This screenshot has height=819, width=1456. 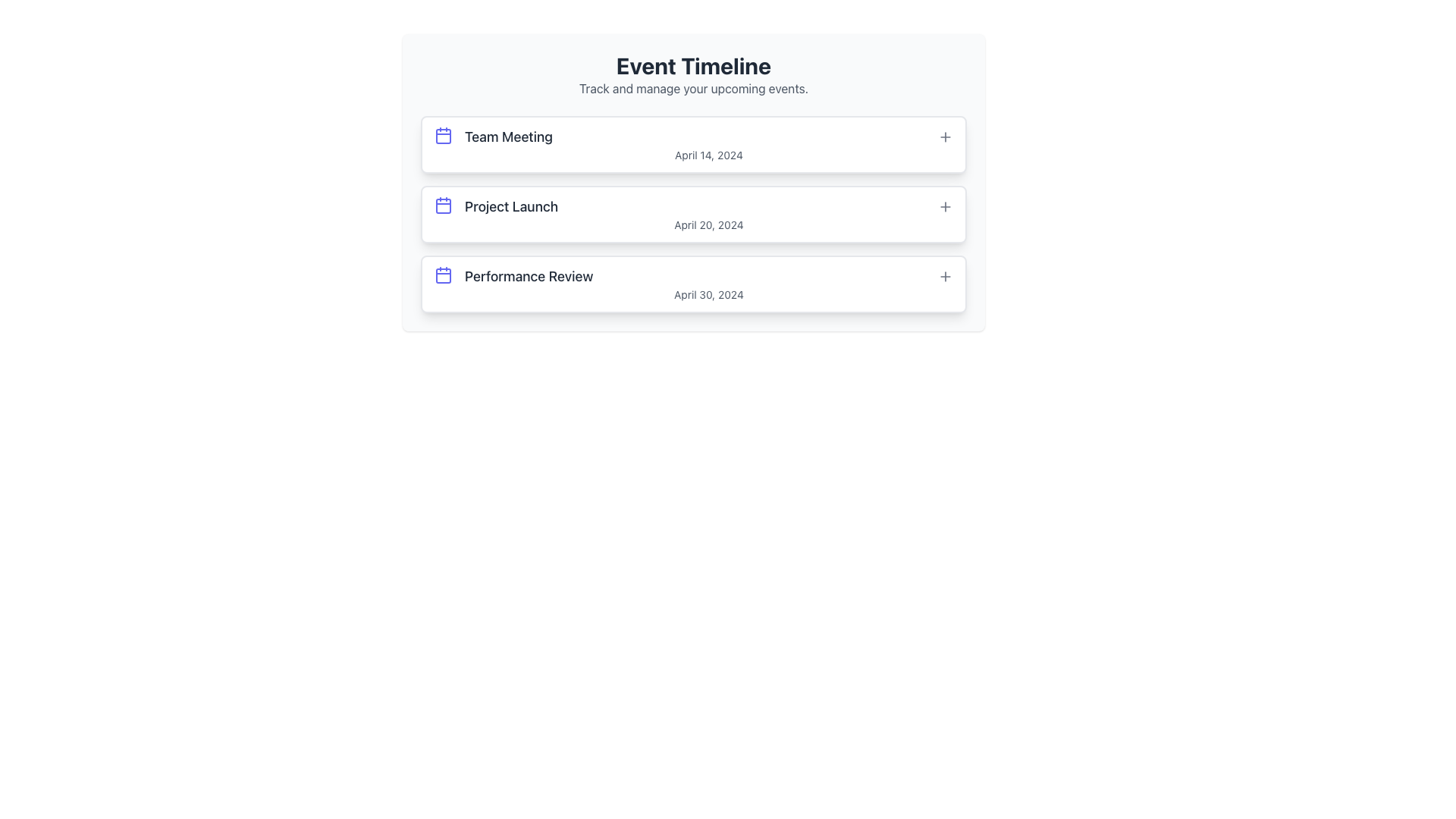 I want to click on the text label for 'Project Launch', which is the second item in a vertical list of events, so click(x=511, y=207).